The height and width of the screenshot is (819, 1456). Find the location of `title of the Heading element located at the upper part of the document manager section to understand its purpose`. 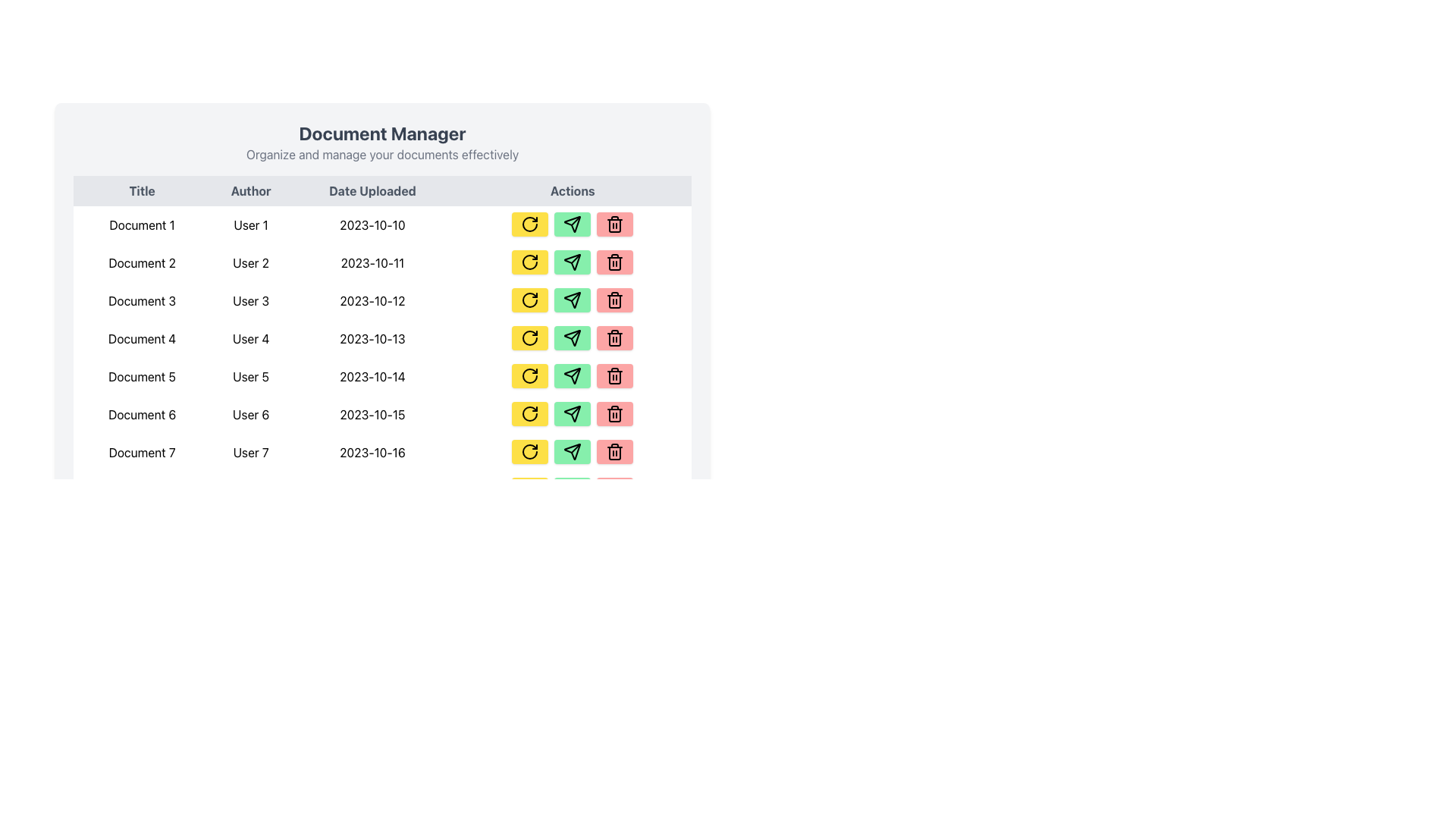

title of the Heading element located at the upper part of the document manager section to understand its purpose is located at coordinates (382, 143).